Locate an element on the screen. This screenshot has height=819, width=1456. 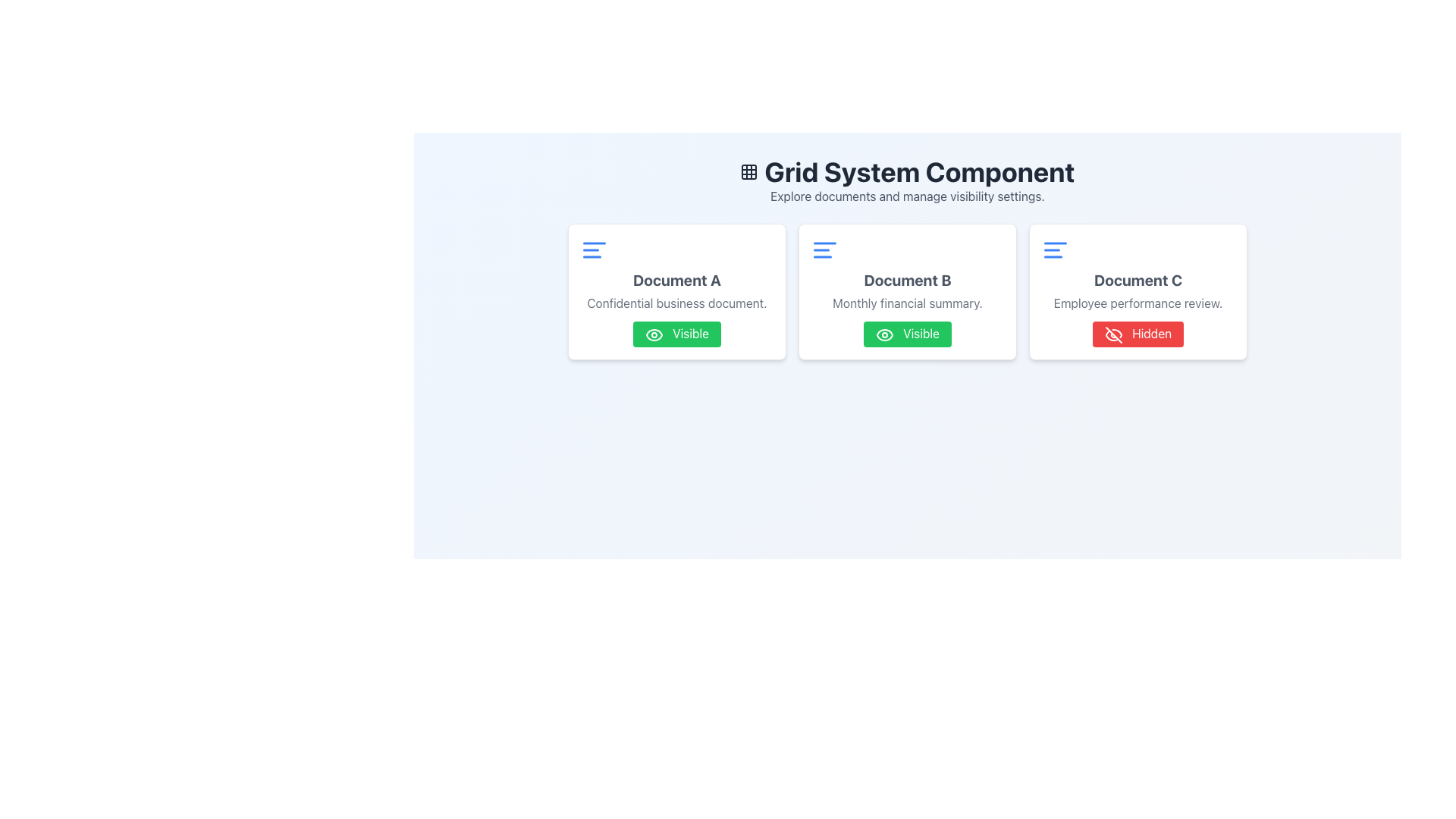
the eye-shaped icon representing the visibility status of 'Document B' in the green 'Visible' status badge located in the central card of the grid is located at coordinates (884, 334).